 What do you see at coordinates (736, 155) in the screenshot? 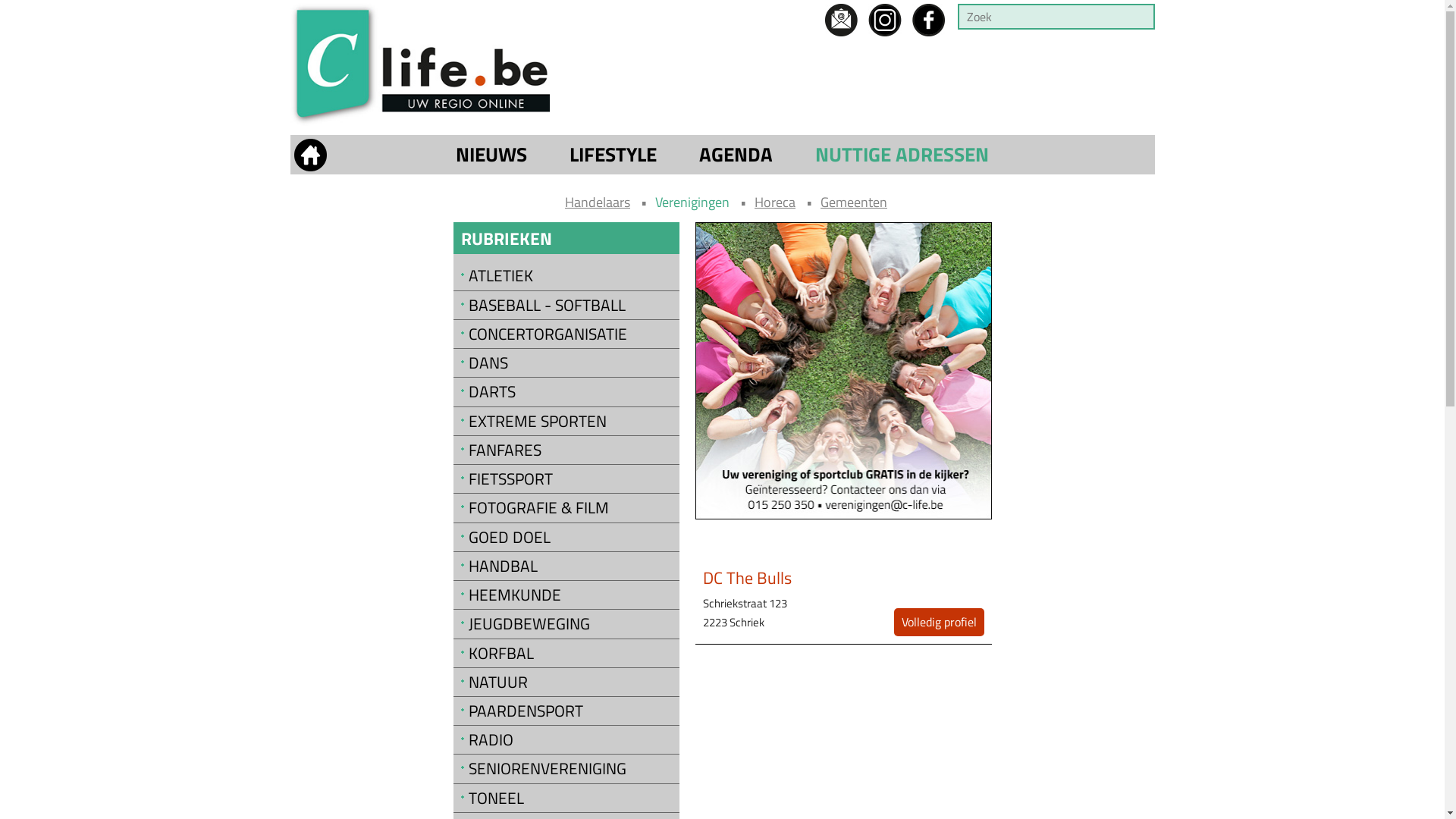
I see `'AGENDA'` at bounding box center [736, 155].